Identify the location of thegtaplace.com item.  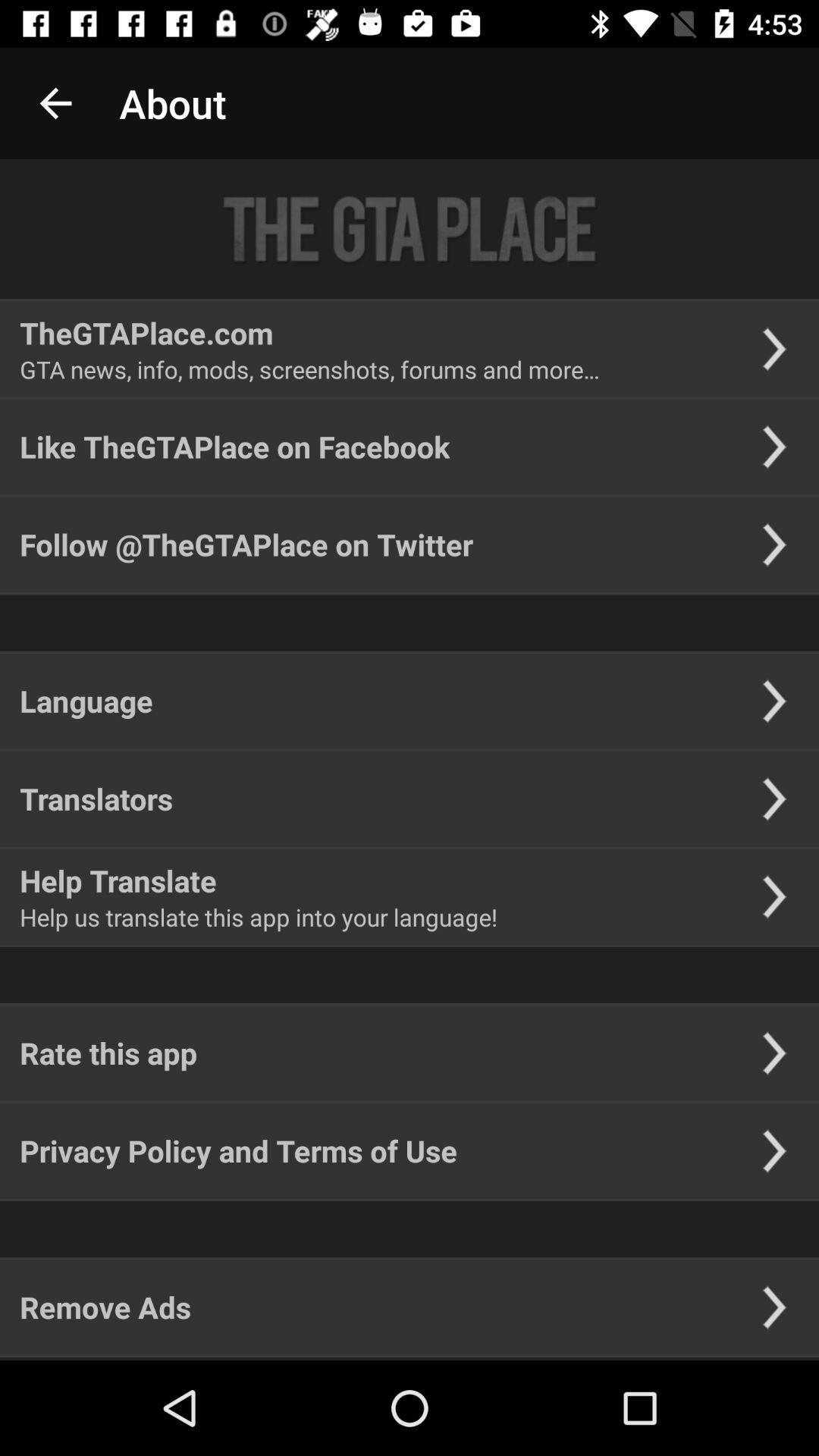
(146, 332).